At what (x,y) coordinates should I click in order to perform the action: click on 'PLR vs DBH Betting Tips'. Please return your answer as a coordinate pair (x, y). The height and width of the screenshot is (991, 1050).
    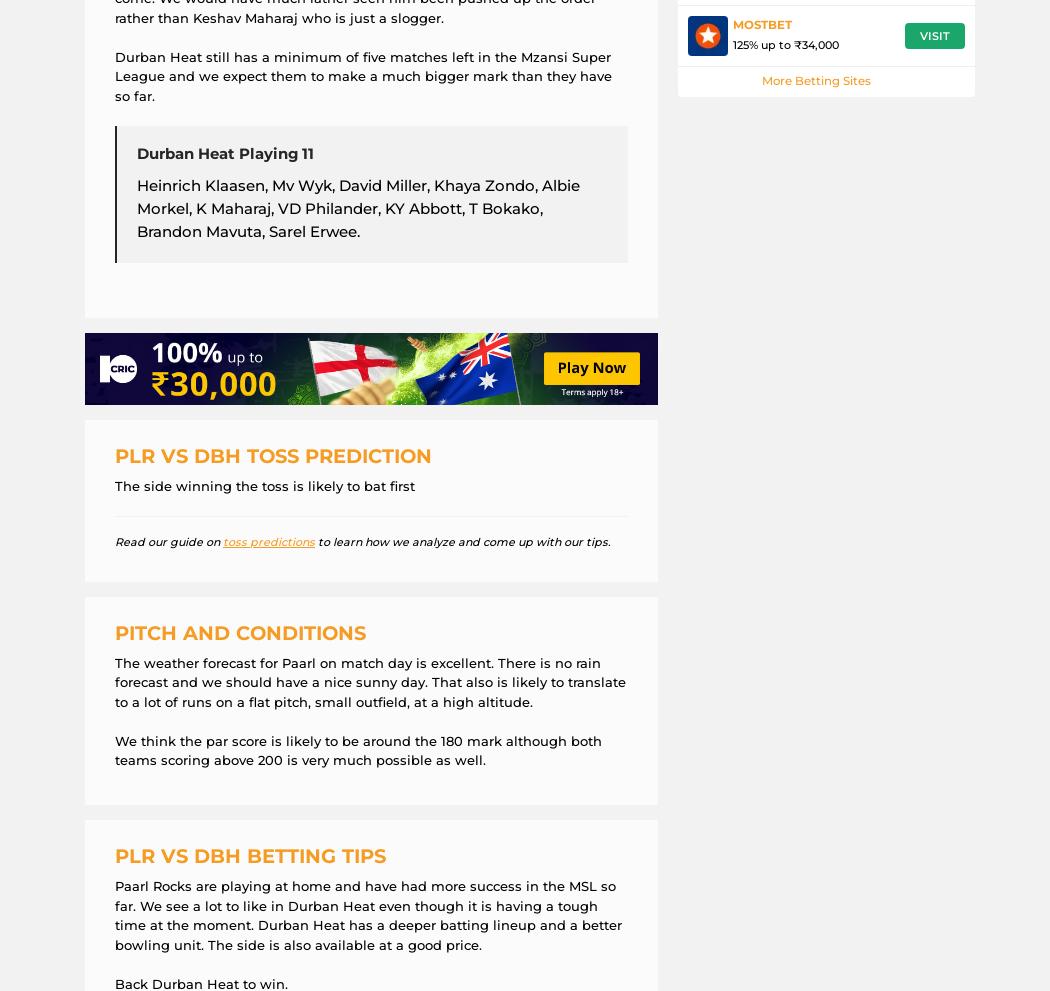
    Looking at the image, I should click on (250, 855).